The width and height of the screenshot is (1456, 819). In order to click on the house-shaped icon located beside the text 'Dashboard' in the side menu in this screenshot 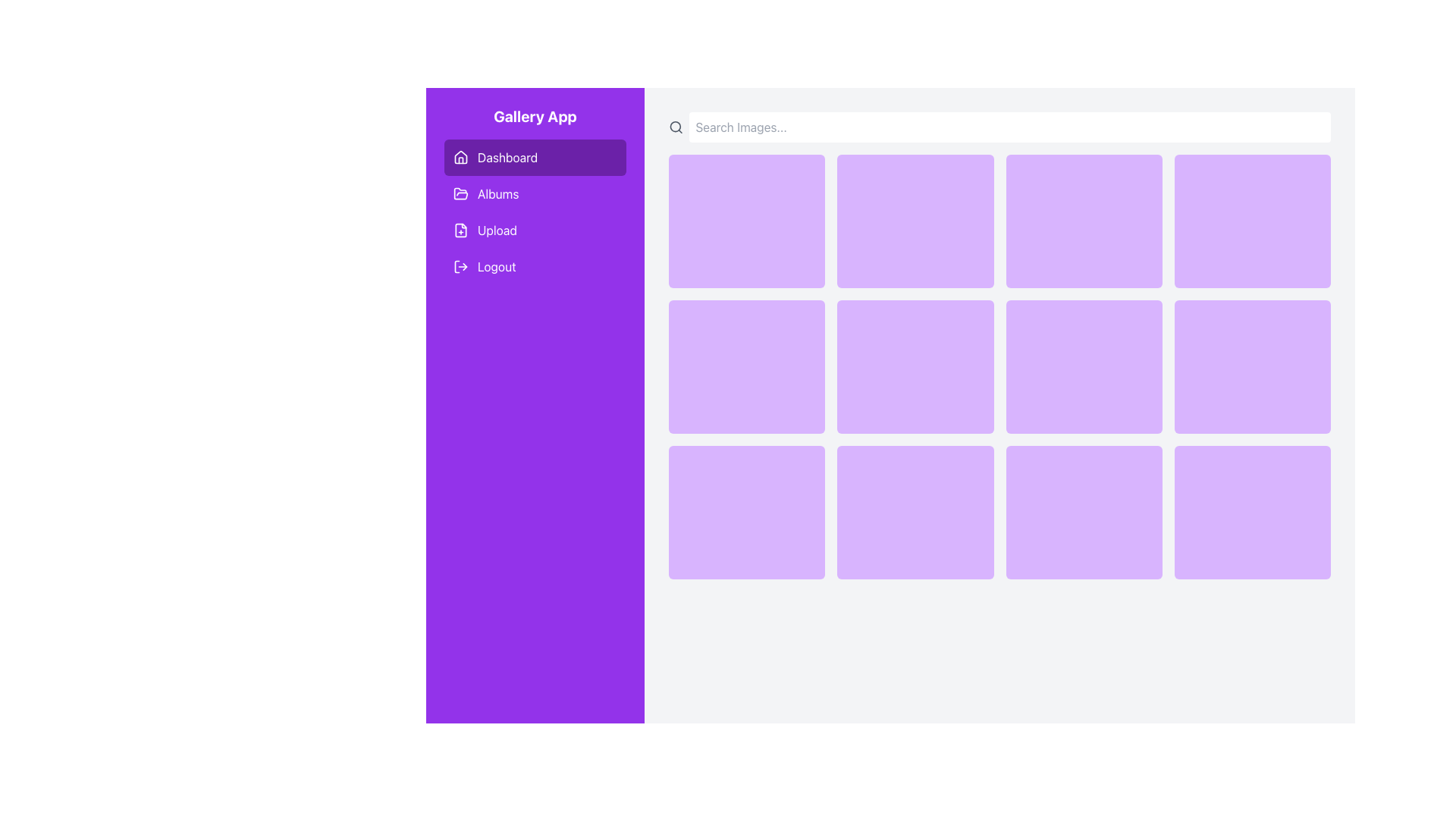, I will do `click(460, 158)`.